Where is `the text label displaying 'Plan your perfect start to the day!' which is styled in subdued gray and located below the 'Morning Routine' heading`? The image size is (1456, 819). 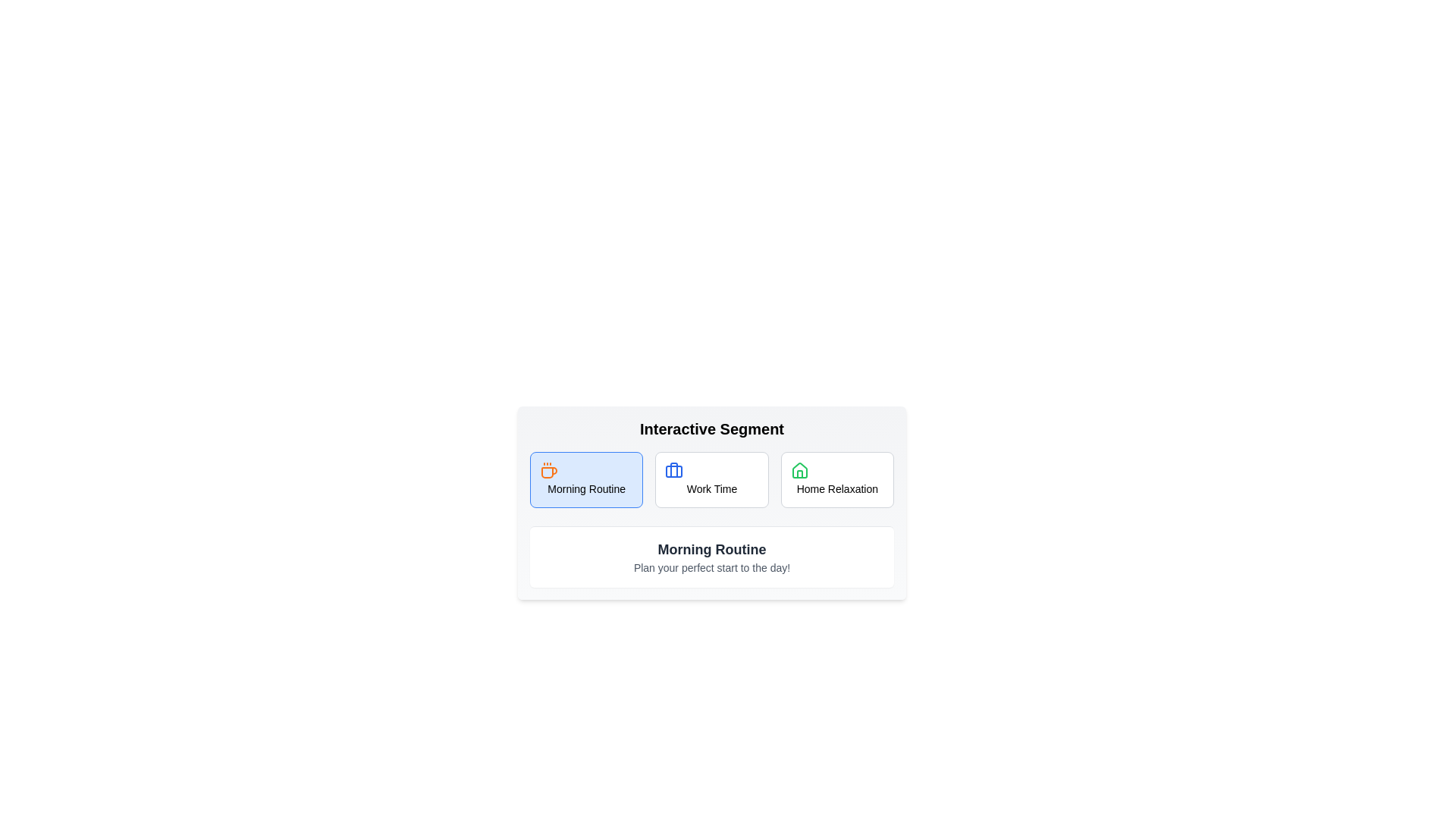 the text label displaying 'Plan your perfect start to the day!' which is styled in subdued gray and located below the 'Morning Routine' heading is located at coordinates (711, 567).